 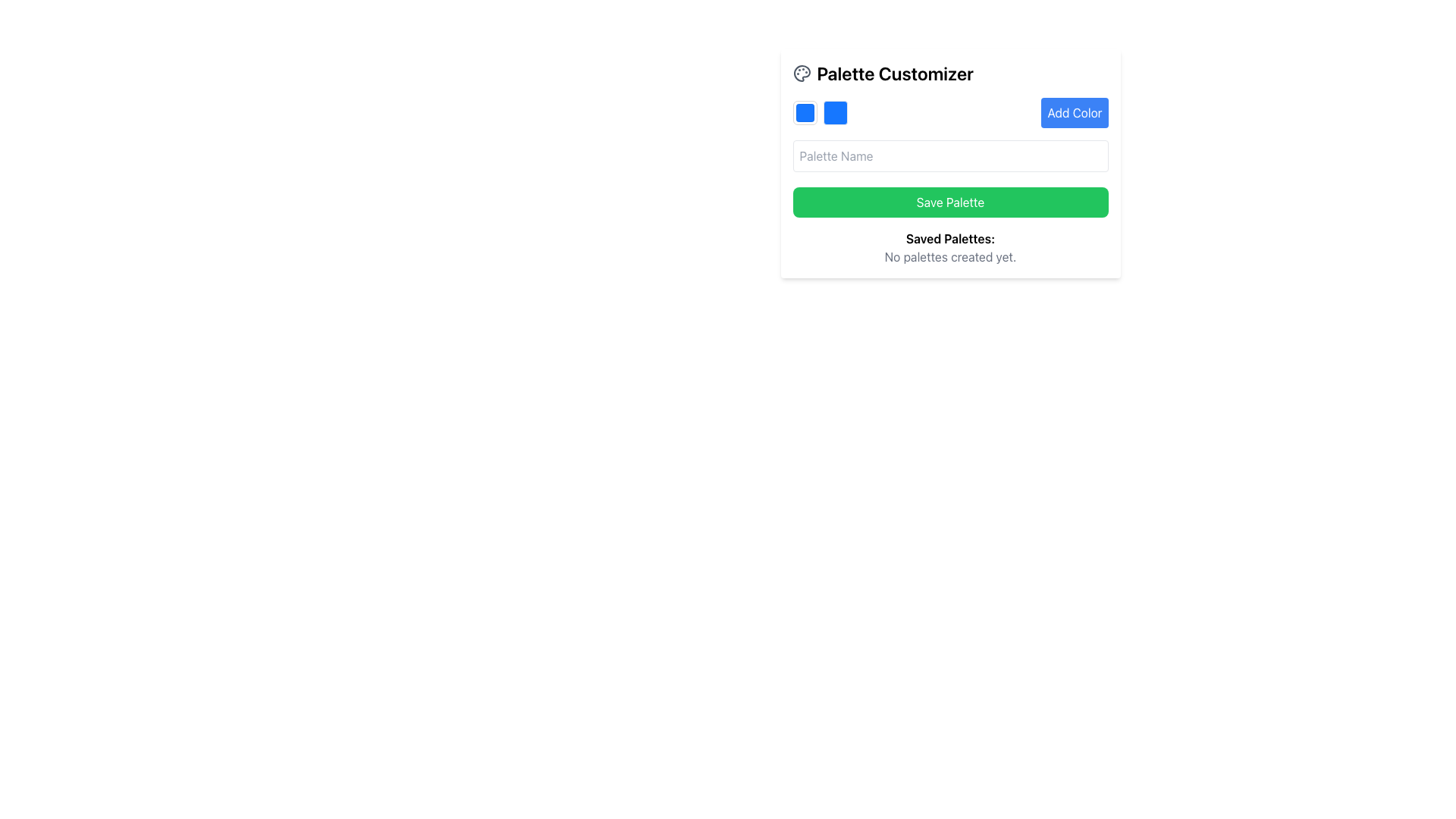 What do you see at coordinates (801, 73) in the screenshot?
I see `the circular SVG shape component resembling a palette icon located in the top left corner of the UI, next to the 'Palette Customizer' text` at bounding box center [801, 73].